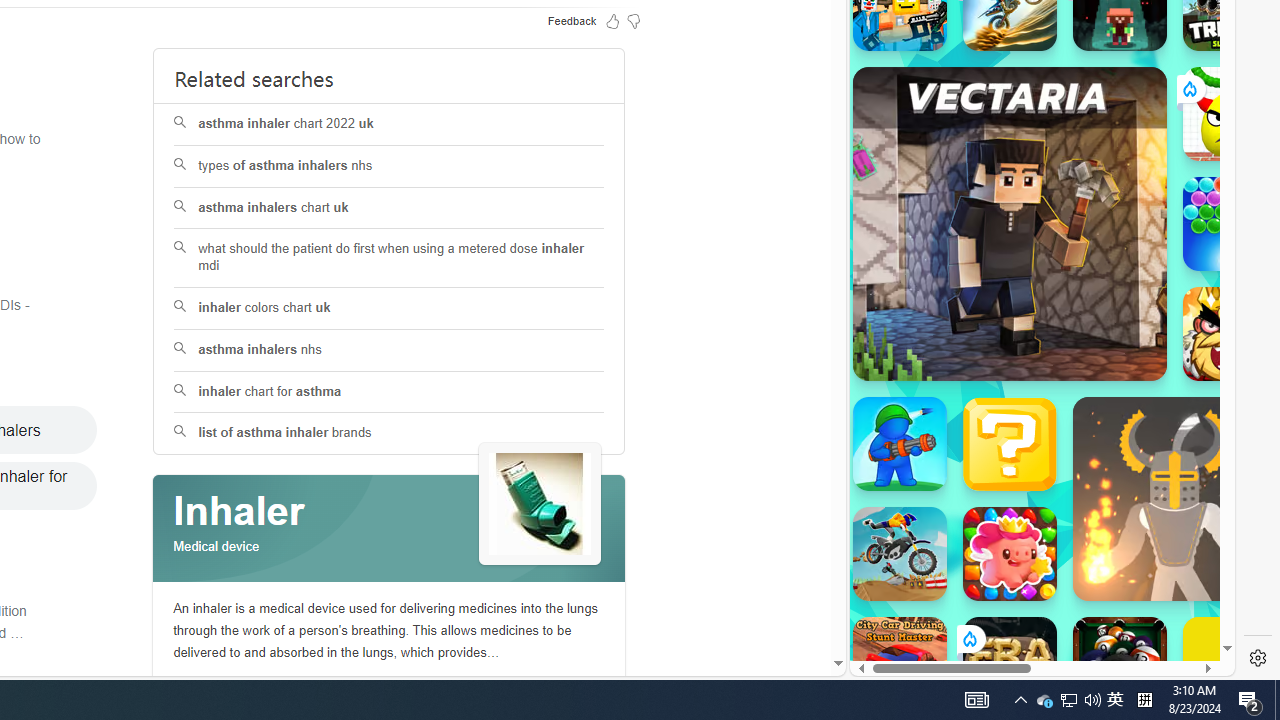 This screenshot has height=720, width=1280. What do you see at coordinates (968, 639) in the screenshot?
I see `'Class: rCs5cyEiqiTpYvt_VBCR'` at bounding box center [968, 639].